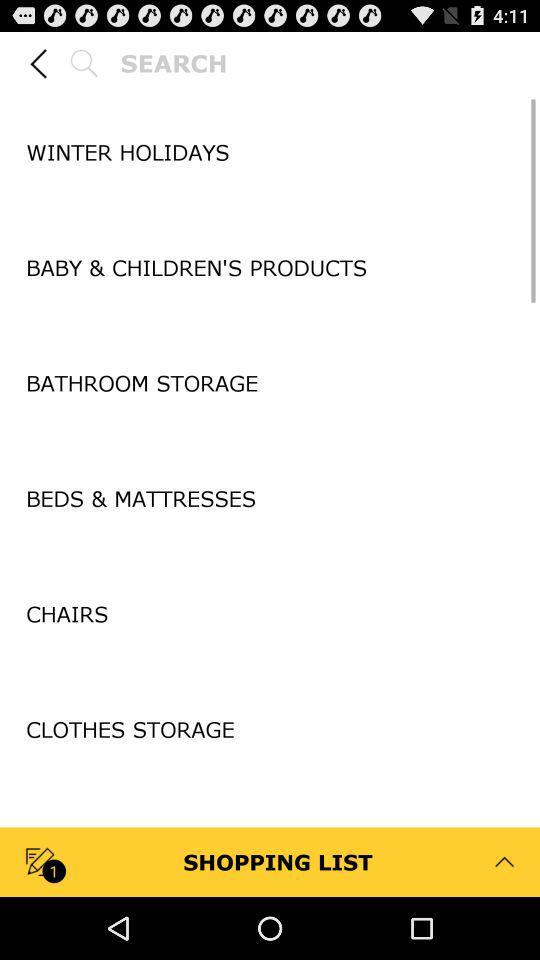  What do you see at coordinates (270, 266) in the screenshot?
I see `the baby children s` at bounding box center [270, 266].